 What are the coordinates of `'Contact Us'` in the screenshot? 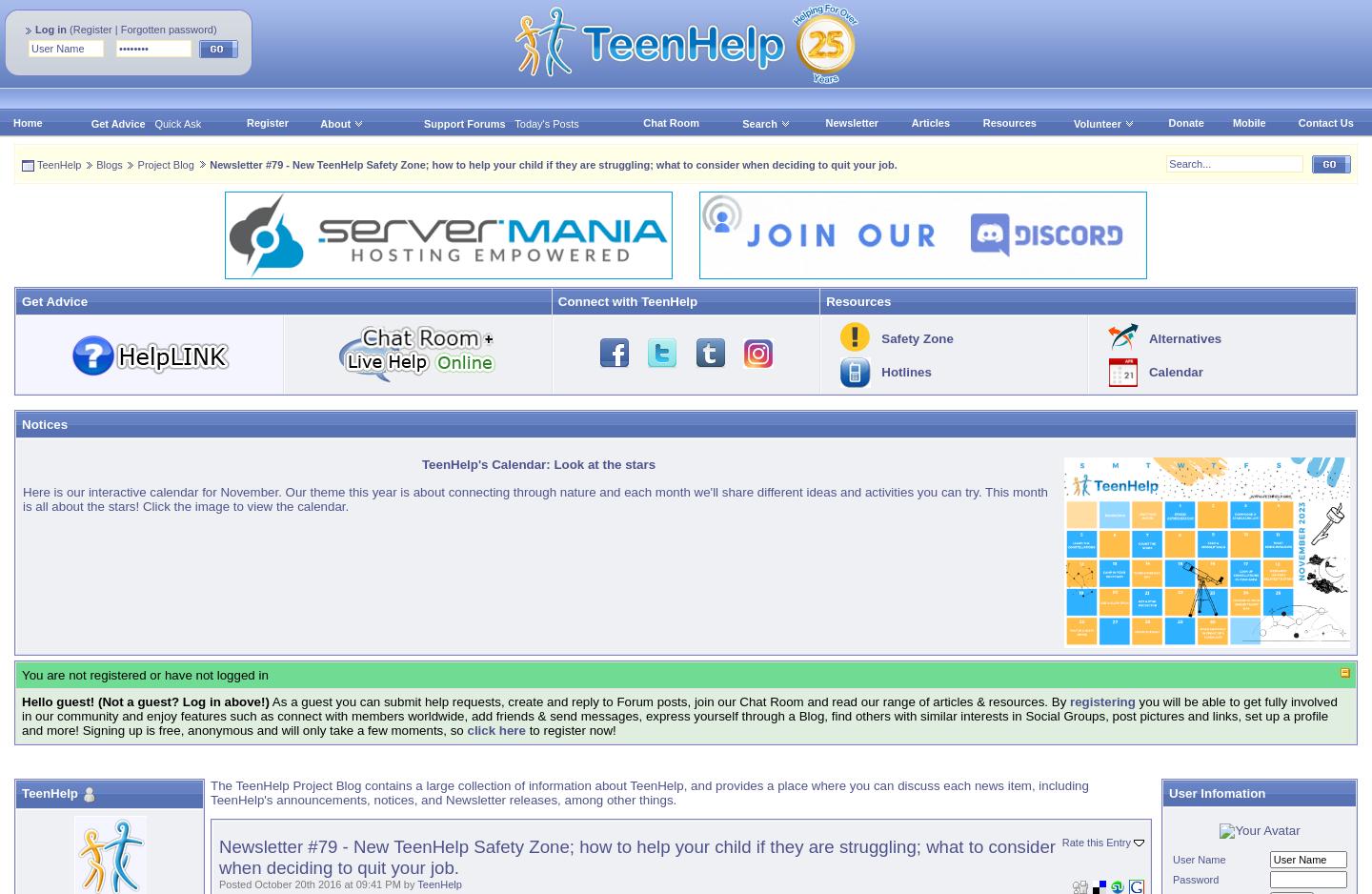 It's located at (1325, 121).